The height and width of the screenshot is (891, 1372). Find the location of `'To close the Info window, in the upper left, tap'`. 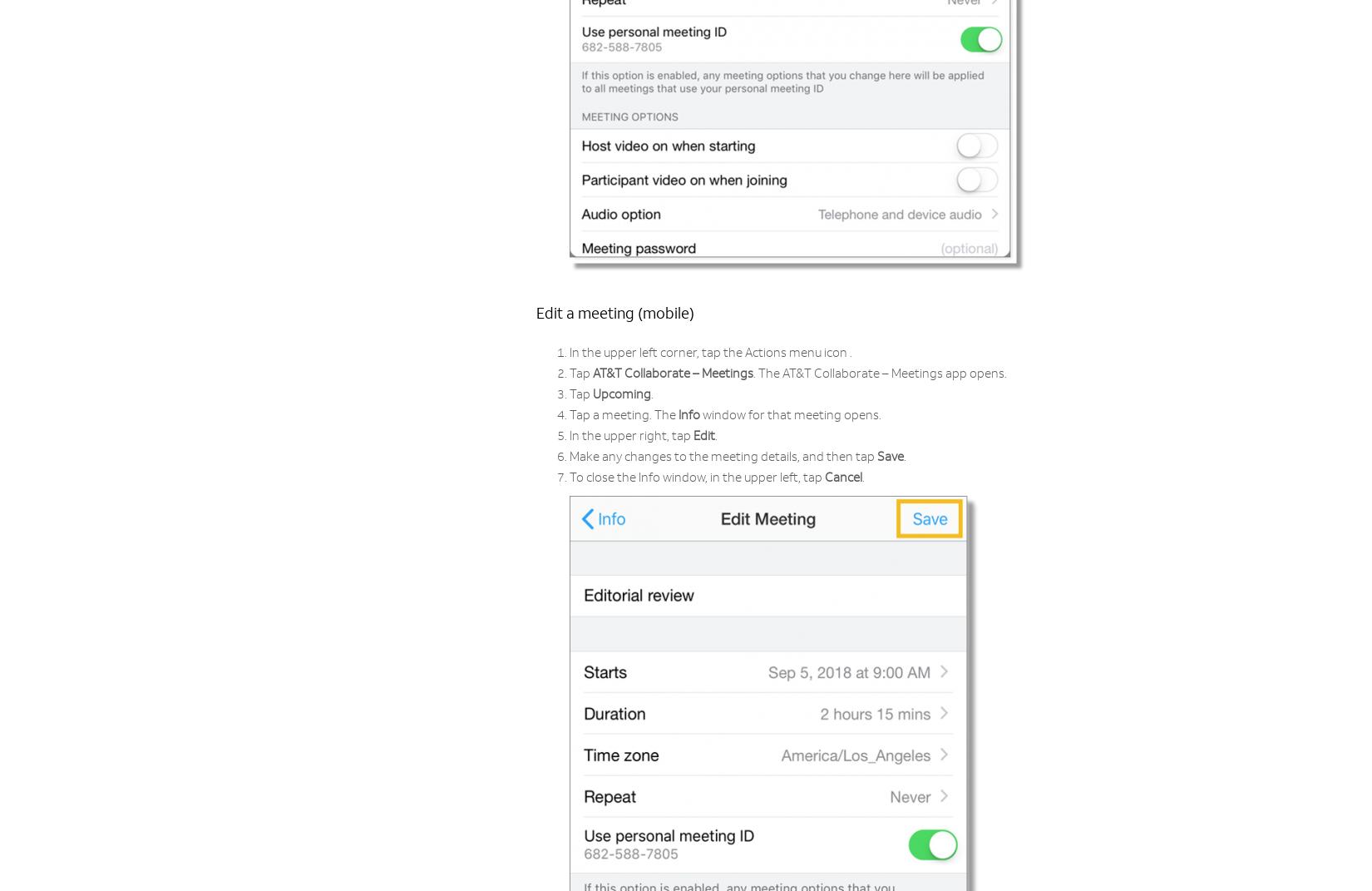

'To close the Info window, in the upper left, tap' is located at coordinates (697, 478).